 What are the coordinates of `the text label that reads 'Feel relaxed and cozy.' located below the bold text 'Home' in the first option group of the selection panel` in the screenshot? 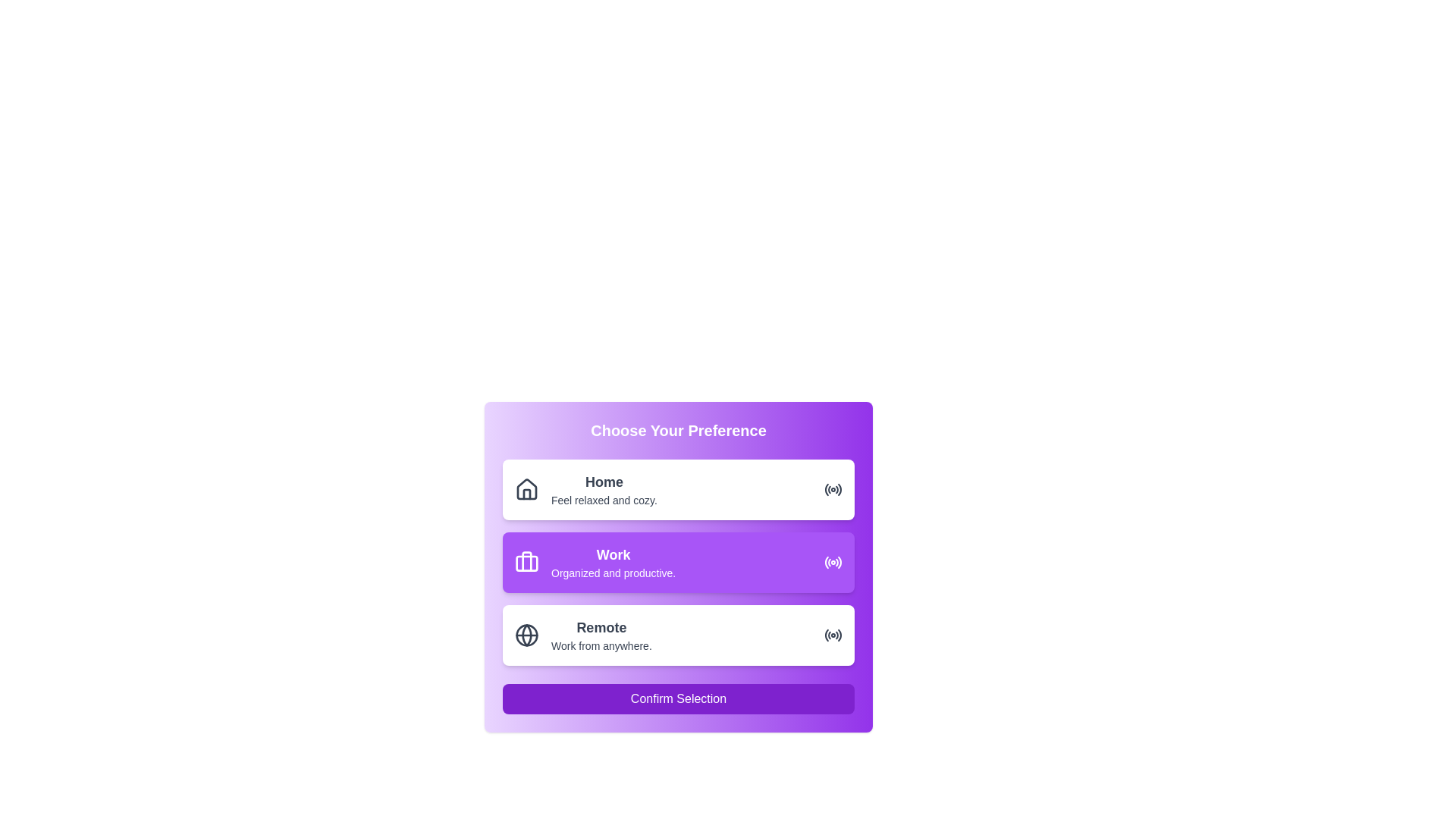 It's located at (603, 500).